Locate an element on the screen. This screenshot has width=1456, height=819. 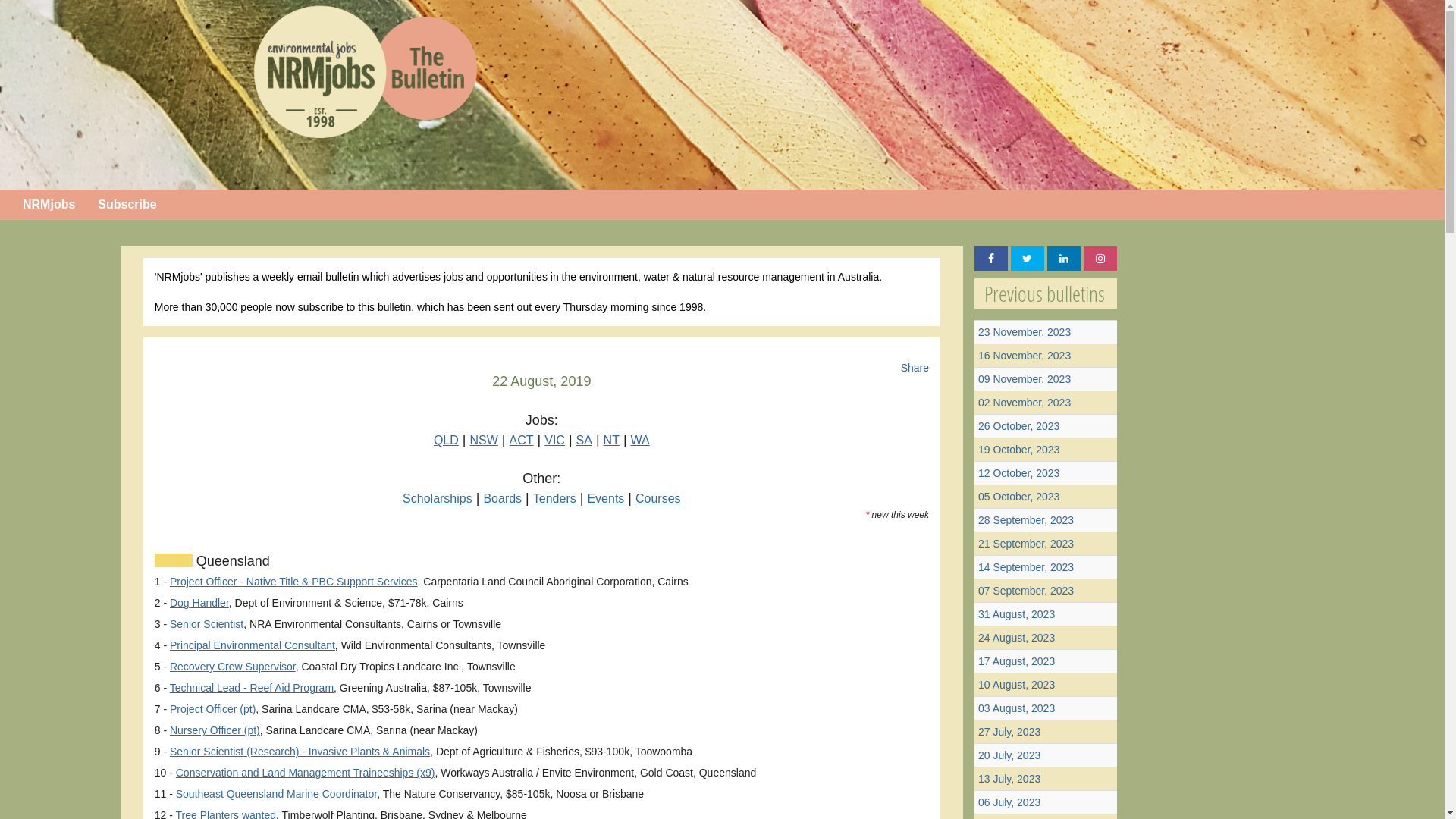
'Courses' is located at coordinates (635, 498).